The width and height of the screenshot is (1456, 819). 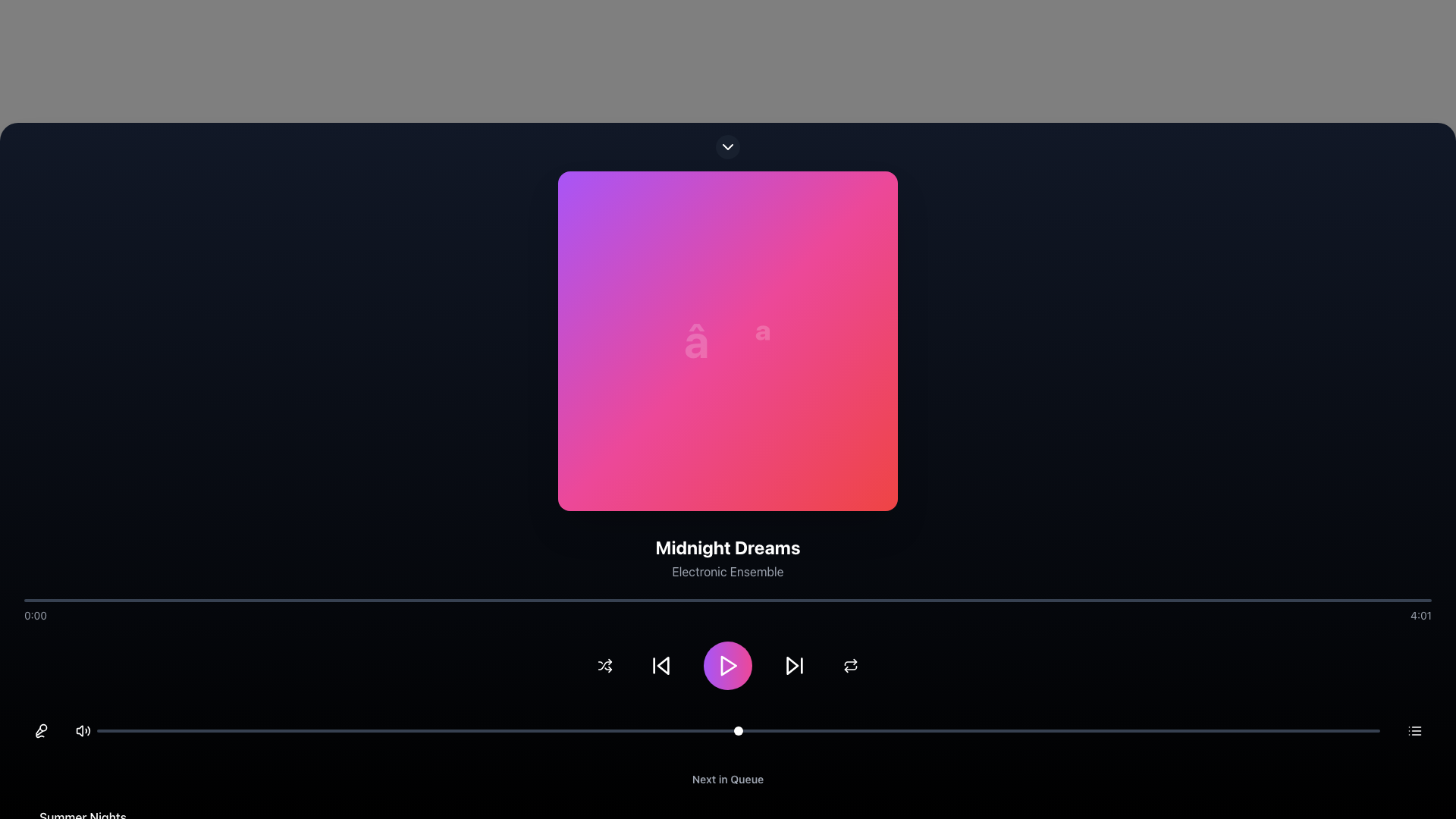 I want to click on the play button icon located at the center of the bottom player section, so click(x=728, y=665).